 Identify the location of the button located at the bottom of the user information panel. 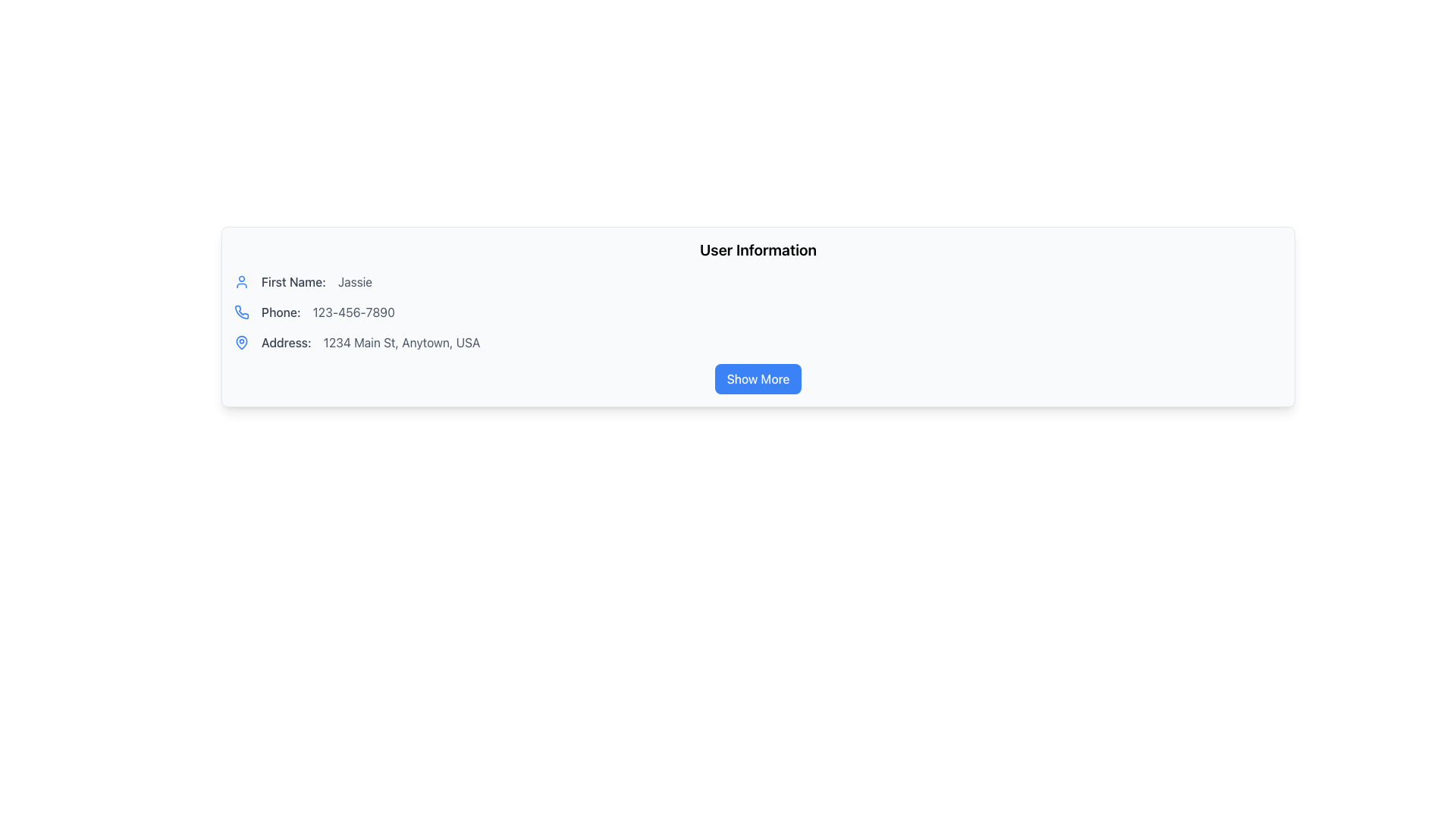
(758, 378).